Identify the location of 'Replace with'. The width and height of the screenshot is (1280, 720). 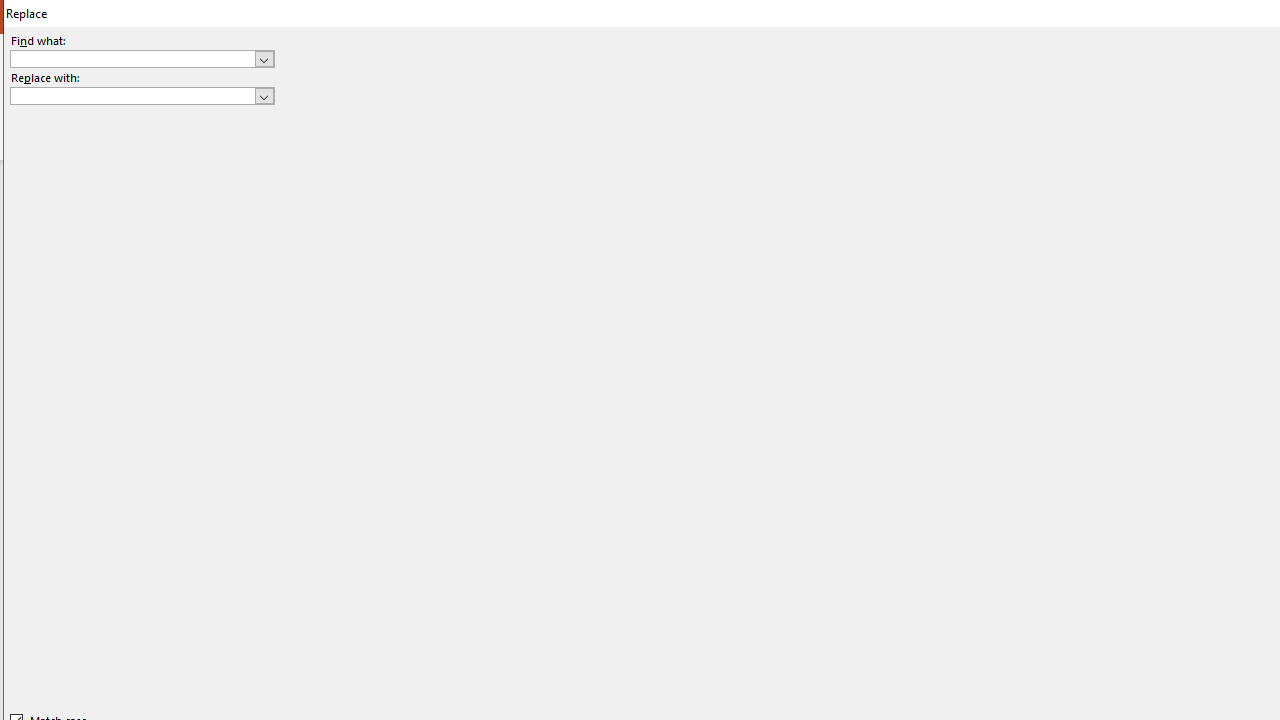
(132, 95).